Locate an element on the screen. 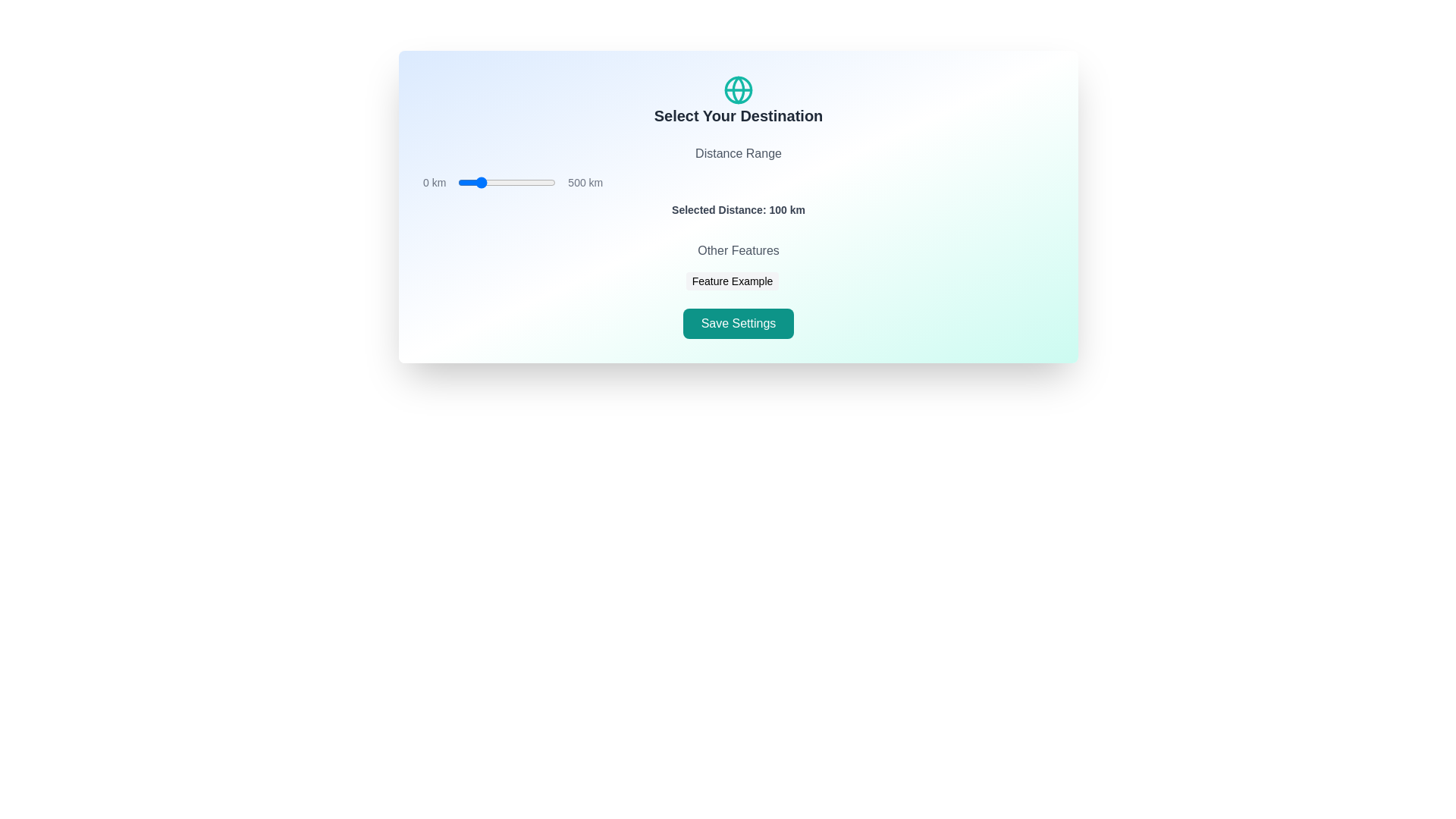 The image size is (1456, 819). the distance range slider to set the distance to 185 km is located at coordinates (494, 181).